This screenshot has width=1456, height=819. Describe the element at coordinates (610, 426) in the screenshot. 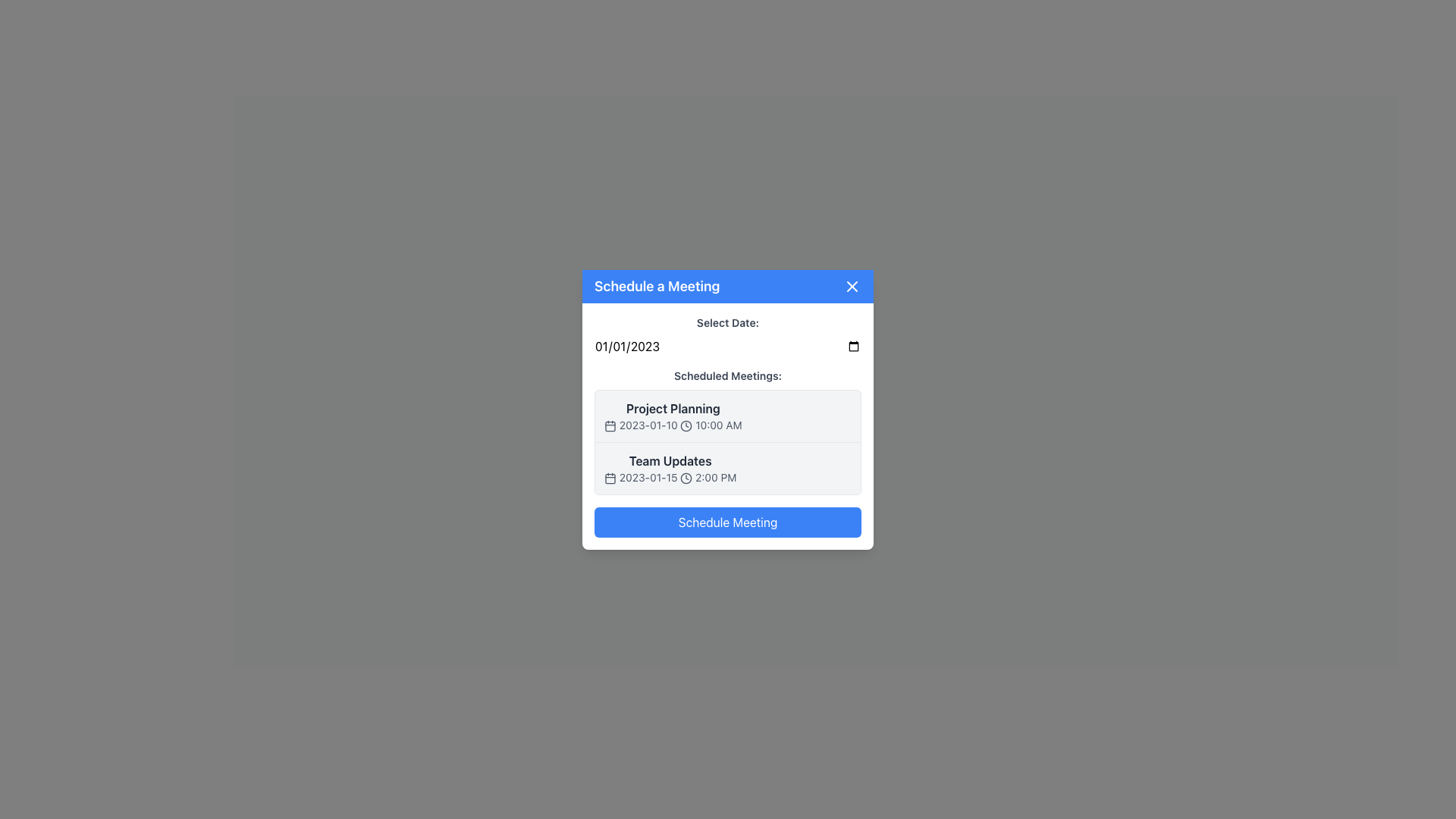

I see `the rectangular icon with rounded corners representing a date or event in the calendar icon of the scheduled meeting list for 'Project Planning'` at that location.